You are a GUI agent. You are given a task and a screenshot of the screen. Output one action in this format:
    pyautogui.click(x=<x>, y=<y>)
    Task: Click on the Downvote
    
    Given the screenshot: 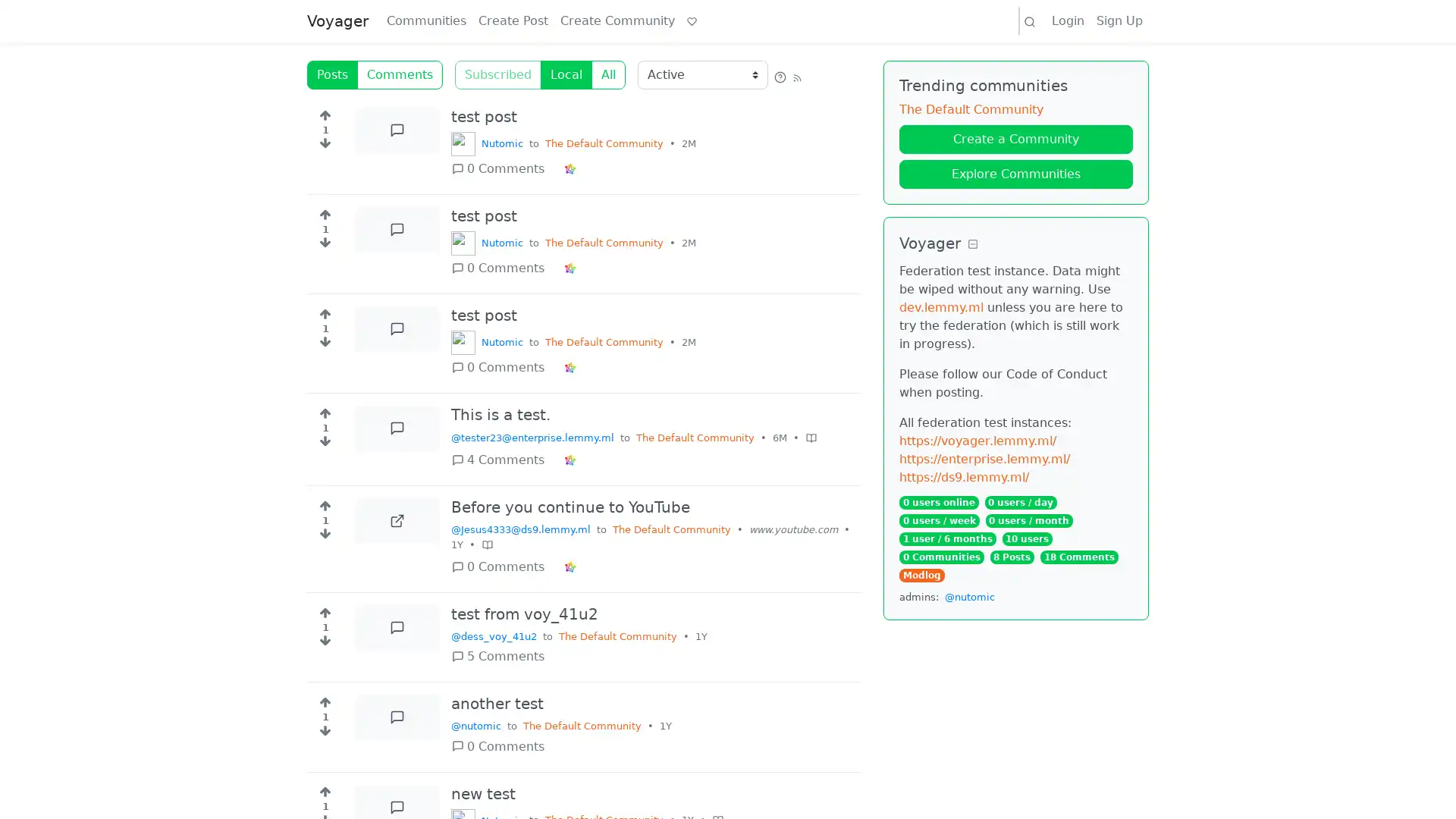 What is the action you would take?
    pyautogui.click(x=324, y=733)
    